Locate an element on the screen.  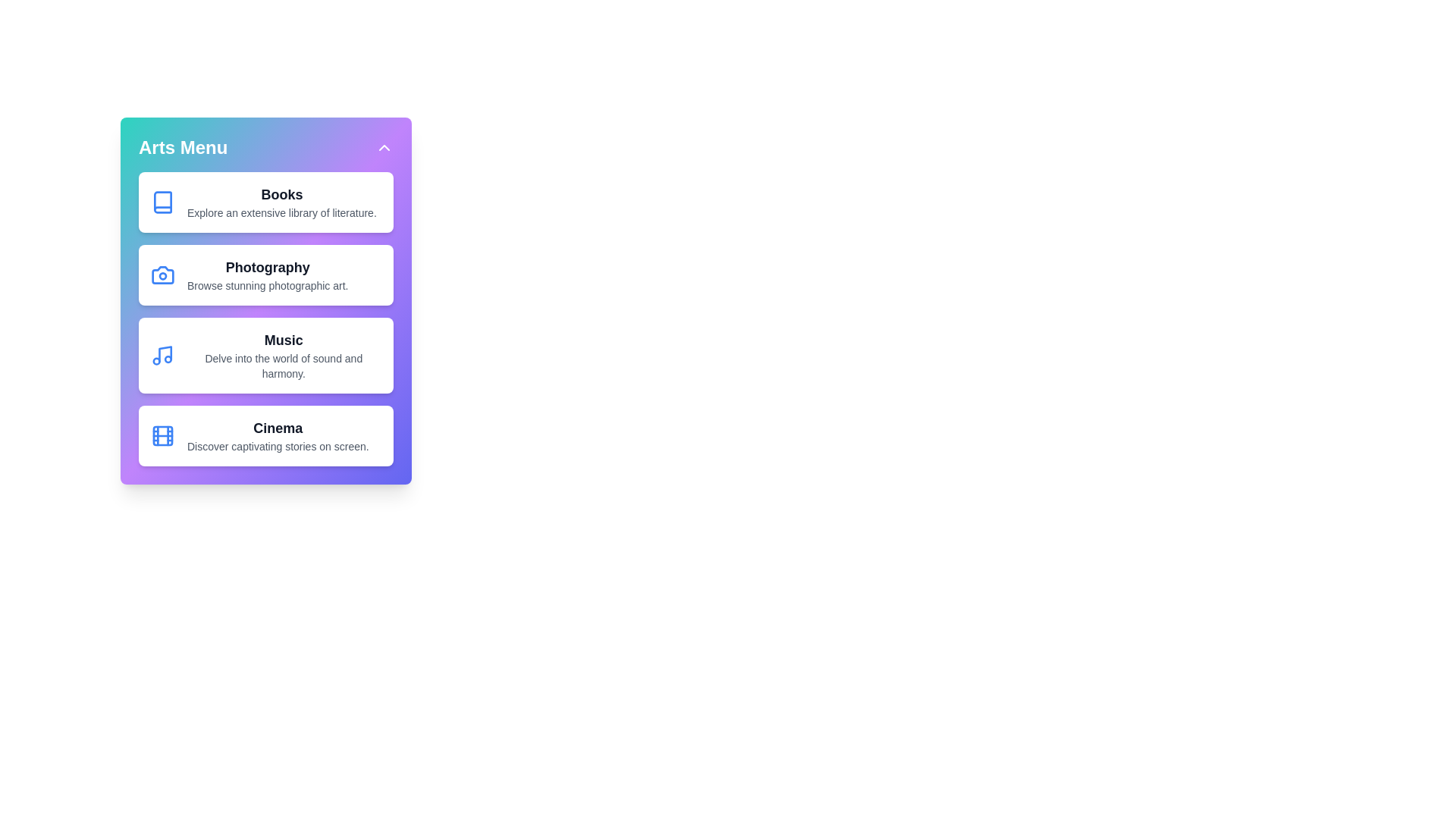
the Photography category card in the CreativeArtsMenu component is located at coordinates (265, 275).